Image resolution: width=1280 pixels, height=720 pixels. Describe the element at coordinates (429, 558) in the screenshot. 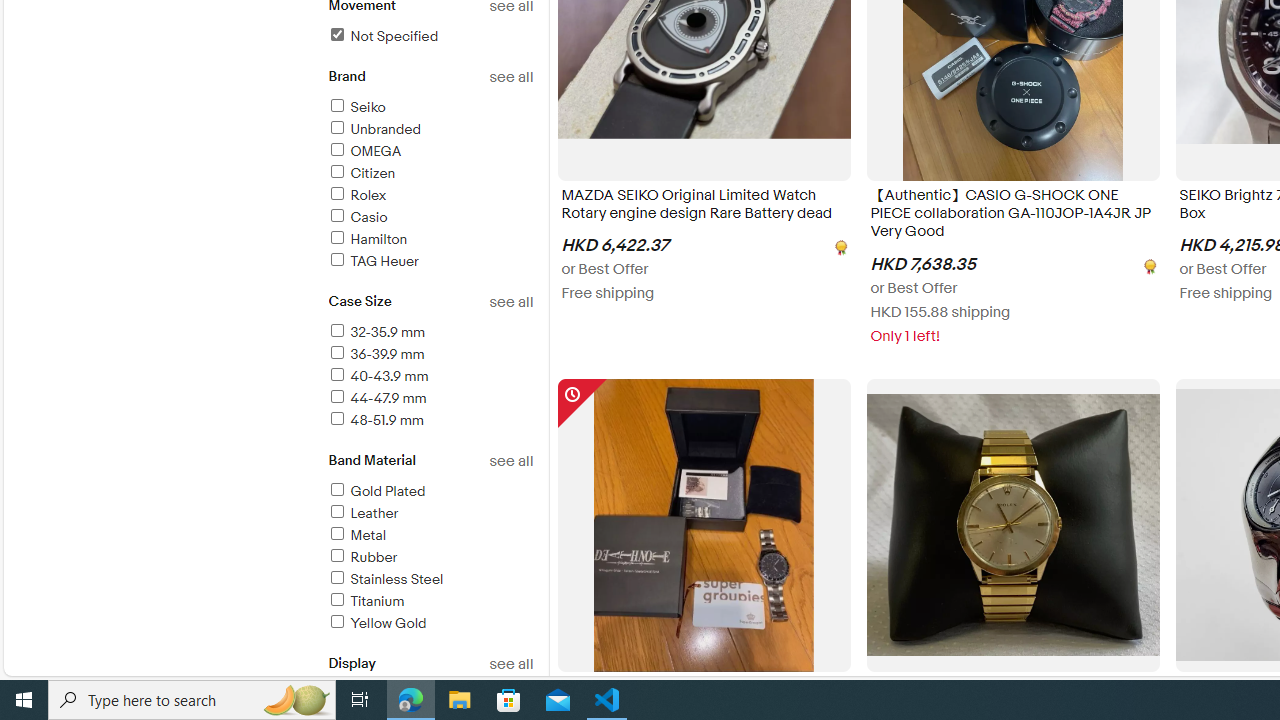

I see `'Rubber'` at that location.